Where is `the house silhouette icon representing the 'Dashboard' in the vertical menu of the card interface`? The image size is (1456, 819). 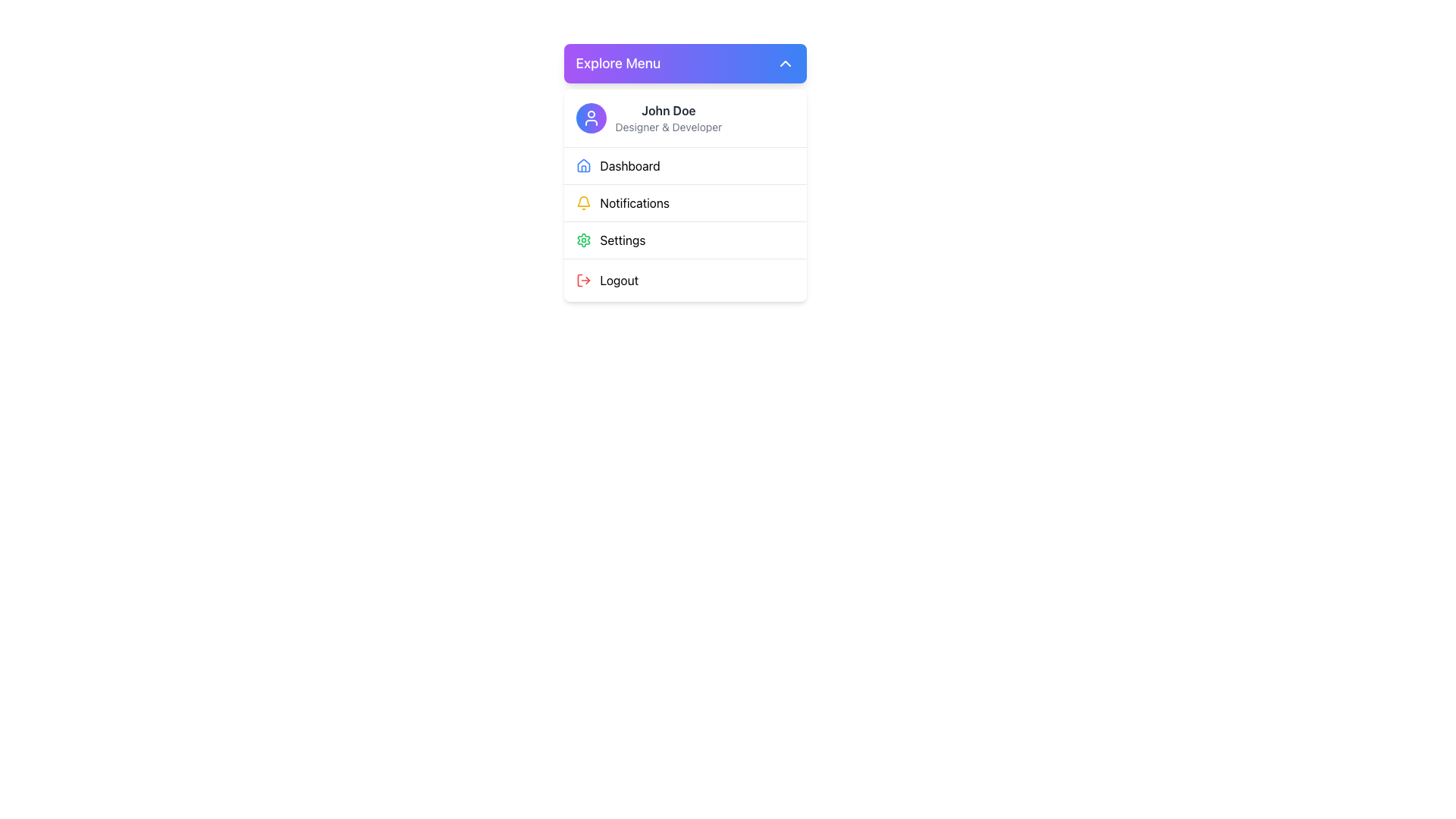 the house silhouette icon representing the 'Dashboard' in the vertical menu of the card interface is located at coordinates (582, 165).